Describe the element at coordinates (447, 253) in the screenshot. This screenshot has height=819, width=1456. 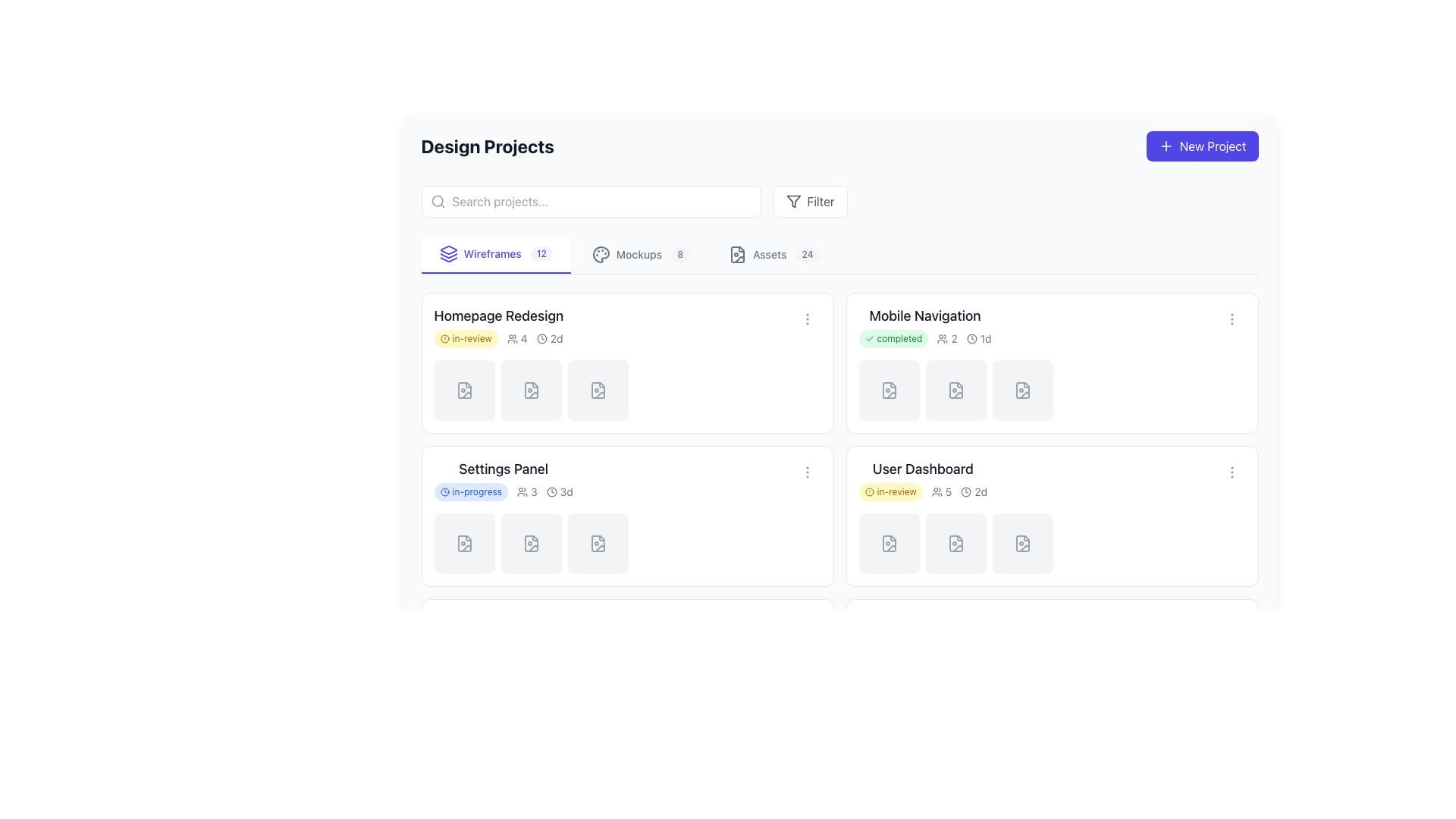
I see `the 'Wireframes' icon located in the tab bar, which is positioned to the left of the 'Wireframes' text and before the numeric badge displaying '12'` at that location.